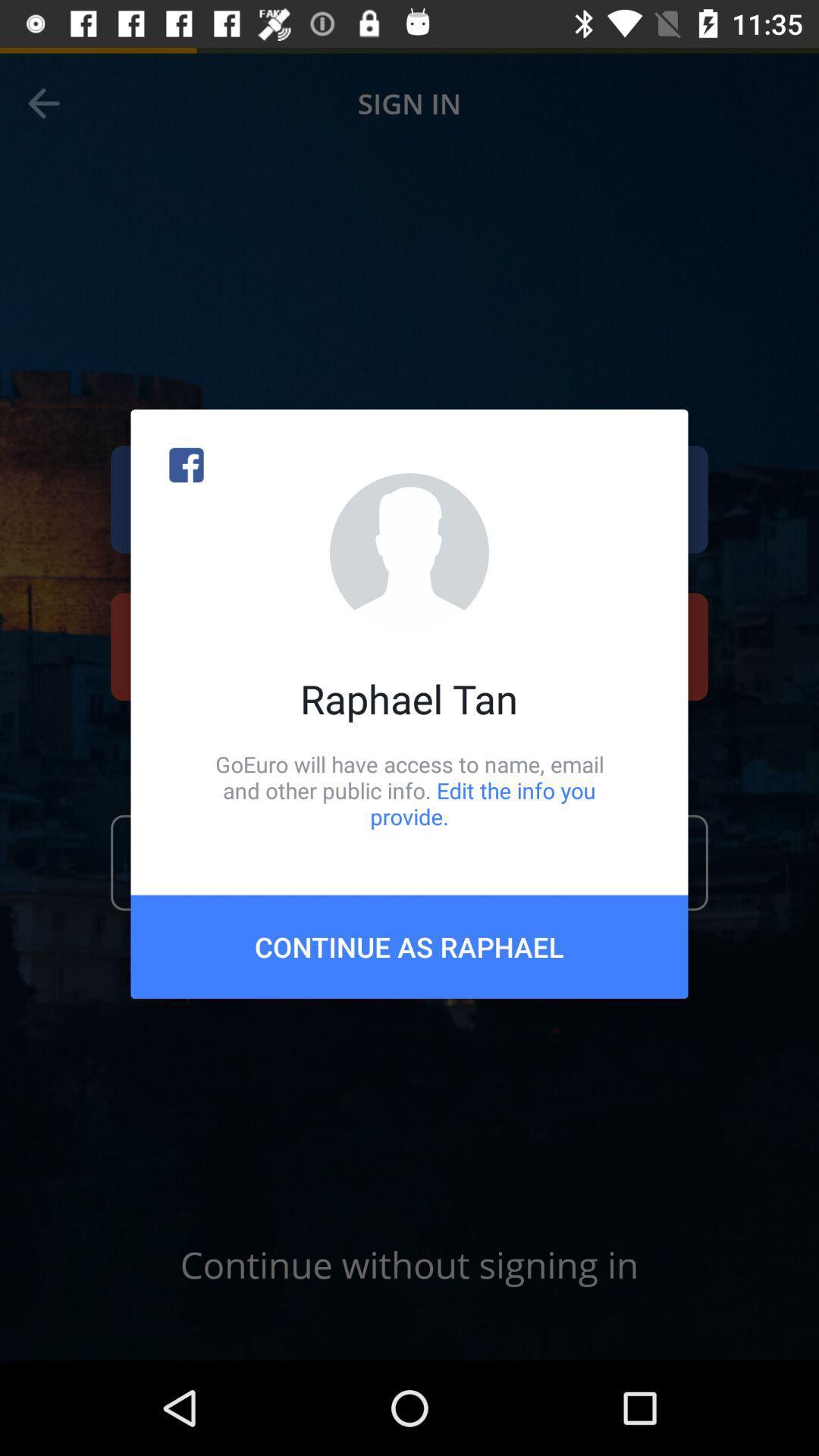  I want to click on the goeuro will have icon, so click(409, 789).